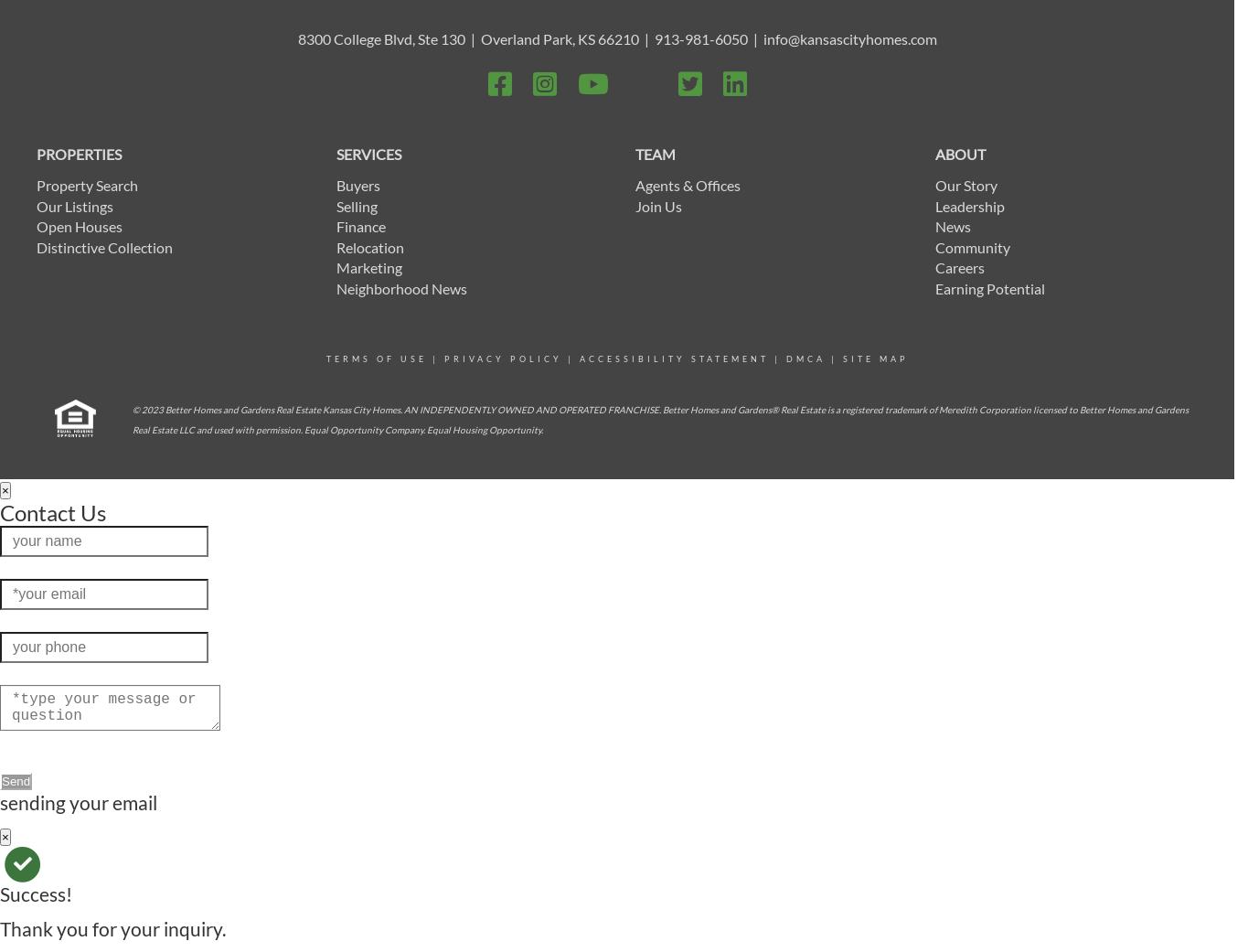 This screenshot has width=1248, height=952. What do you see at coordinates (376, 358) in the screenshot?
I see `'Terms Of Use'` at bounding box center [376, 358].